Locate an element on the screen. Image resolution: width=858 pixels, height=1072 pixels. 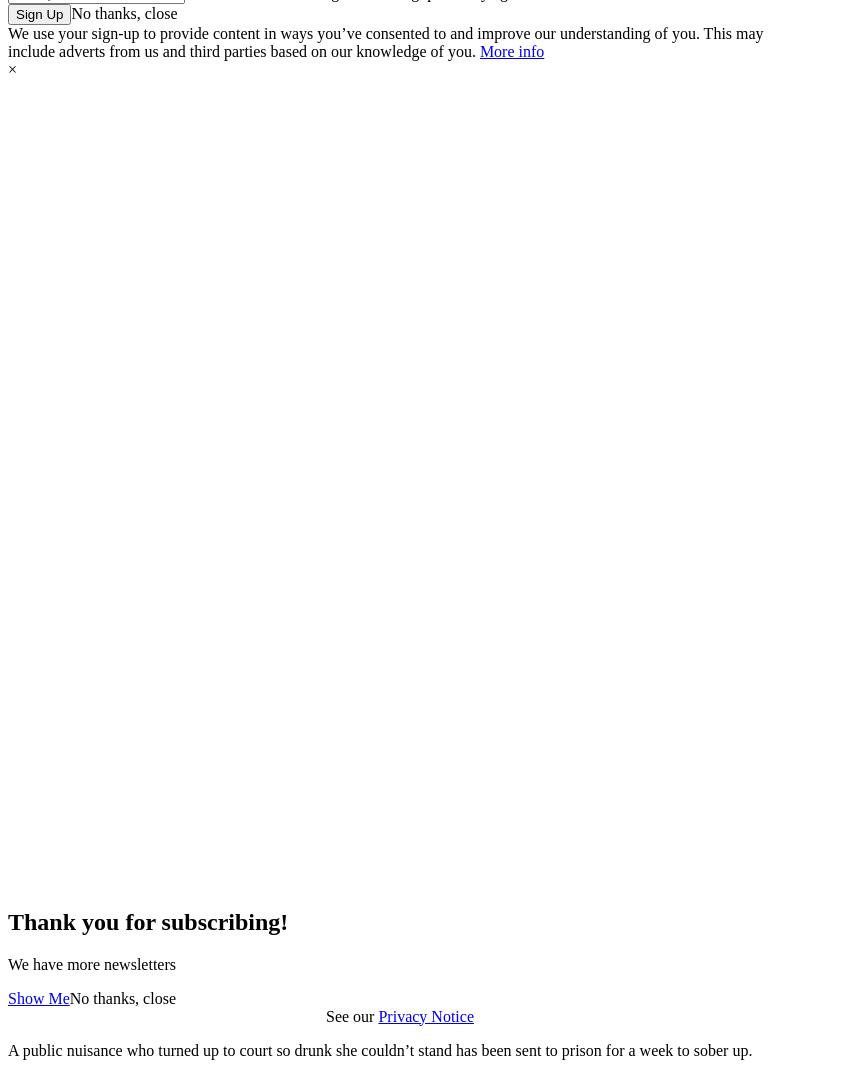
'Privacy Notice' is located at coordinates (424, 1015).